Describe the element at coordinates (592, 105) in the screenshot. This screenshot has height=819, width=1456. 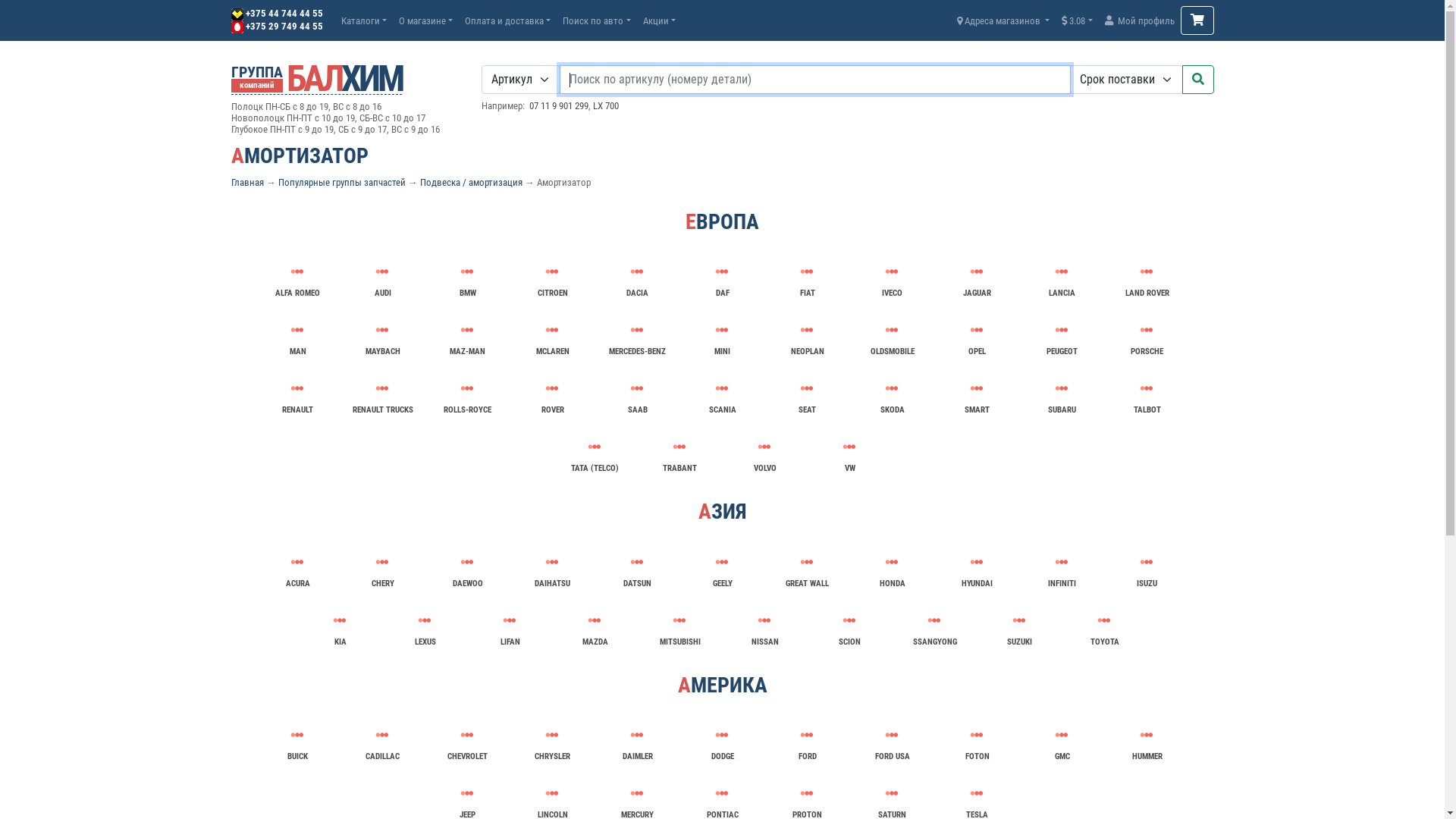
I see `'LX 700'` at that location.